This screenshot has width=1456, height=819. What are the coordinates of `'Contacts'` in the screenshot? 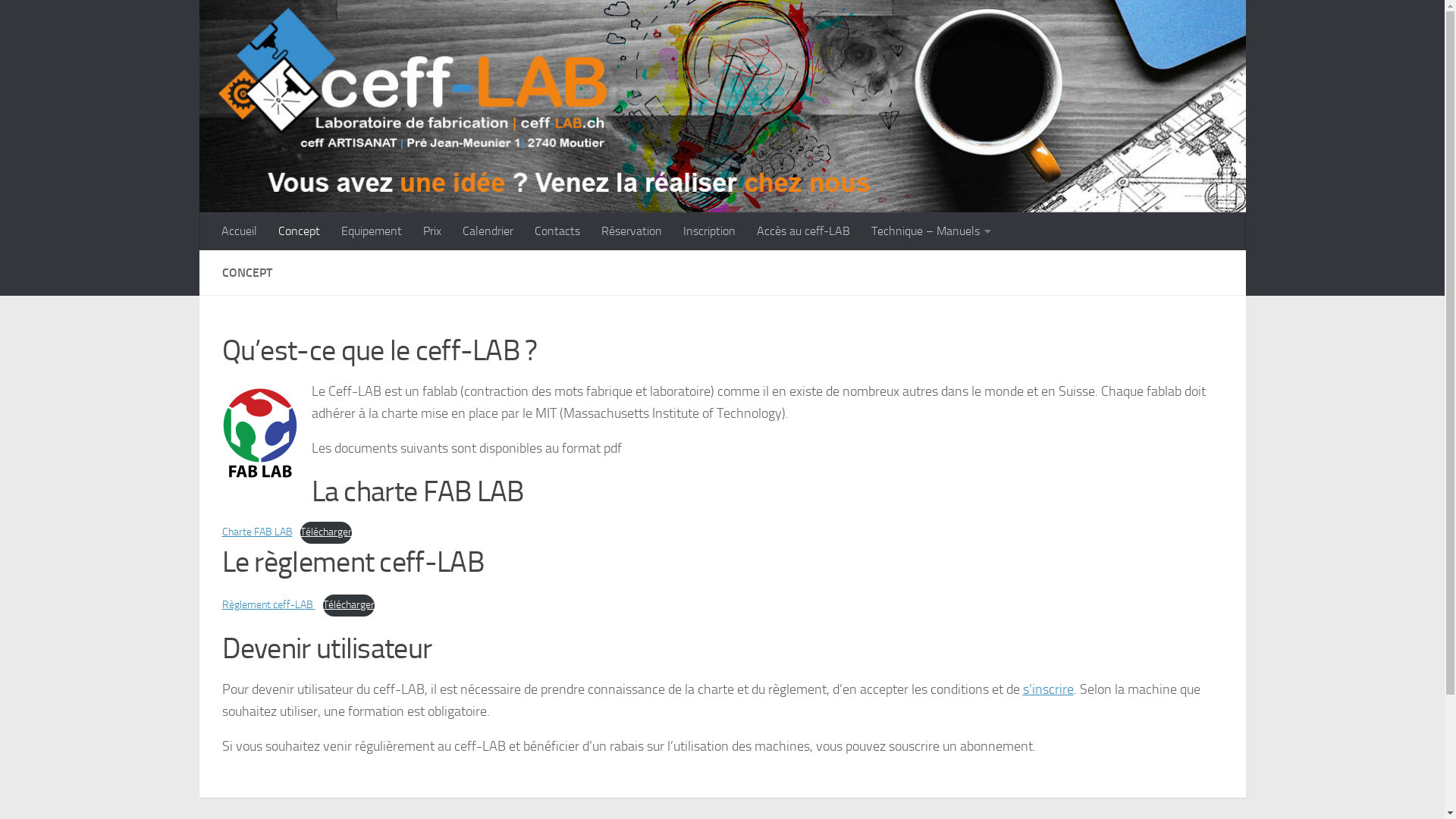 It's located at (556, 231).